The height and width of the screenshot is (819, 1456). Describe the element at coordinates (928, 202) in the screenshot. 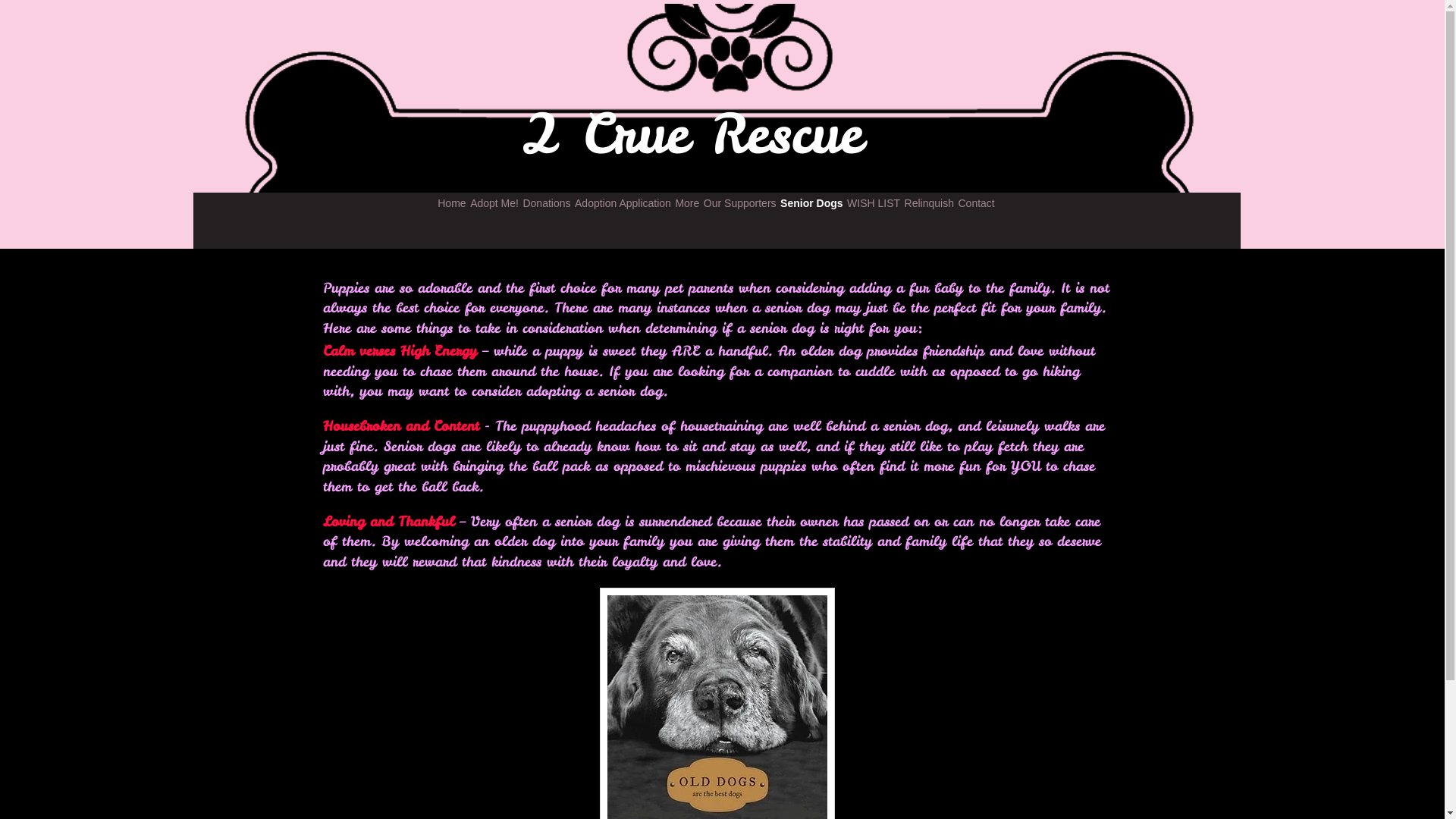

I see `'Relinquish'` at that location.